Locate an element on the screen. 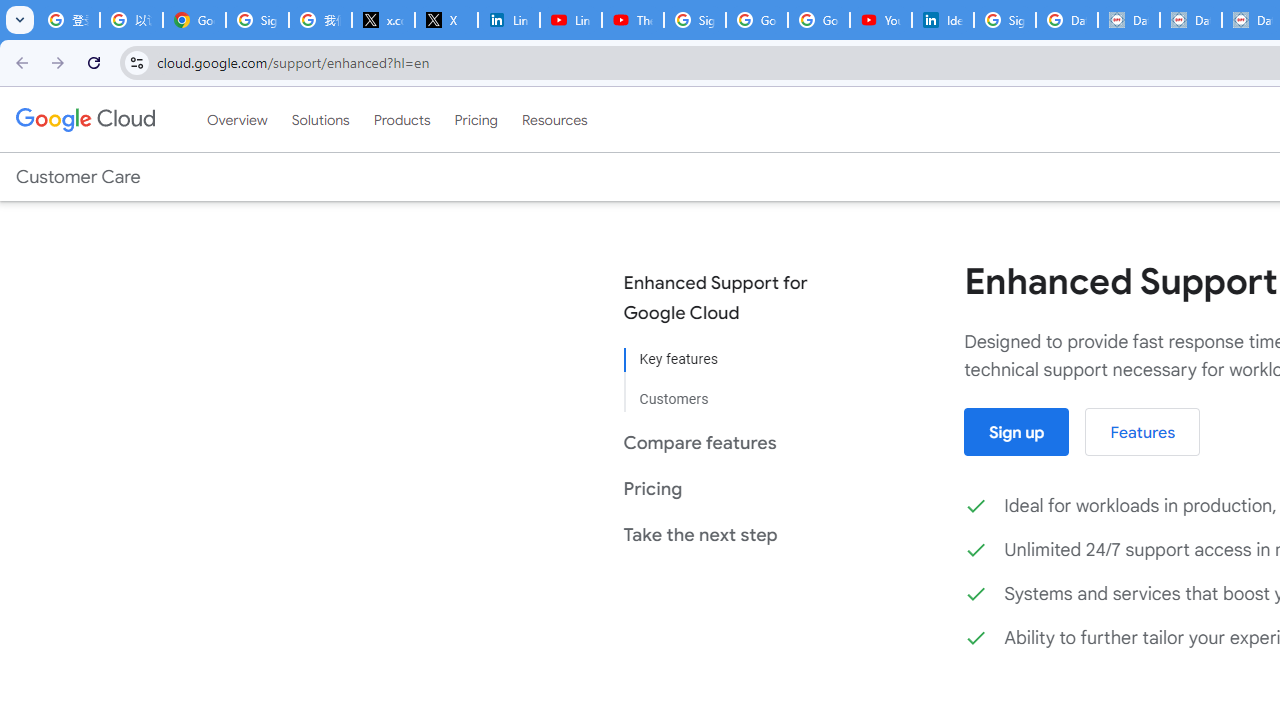 The width and height of the screenshot is (1280, 720). 'Data Privacy Framework' is located at coordinates (1128, 20).